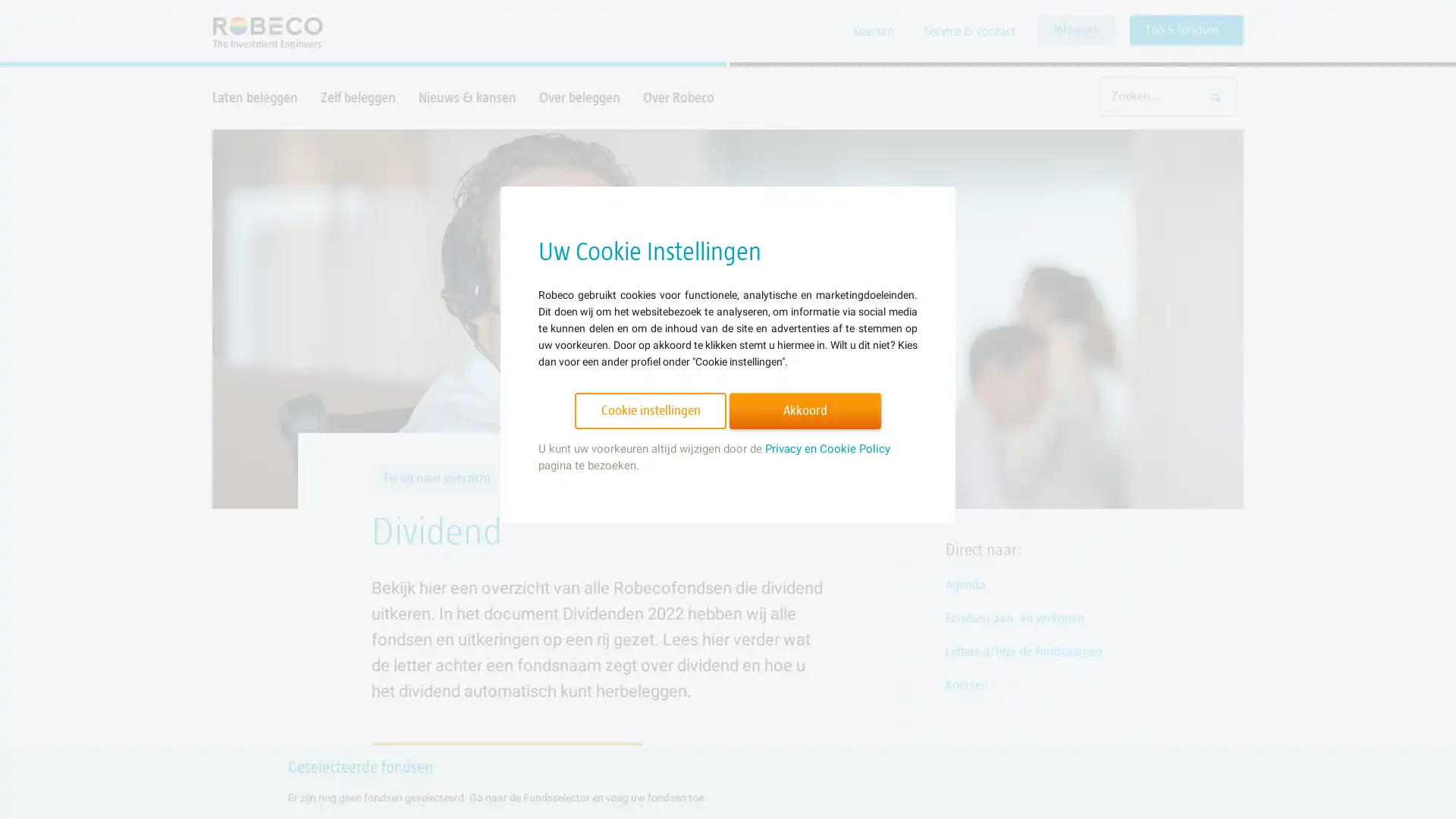 Image resolution: width=1456 pixels, height=819 pixels. Describe the element at coordinates (255, 97) in the screenshot. I see `Laten beleggen` at that location.